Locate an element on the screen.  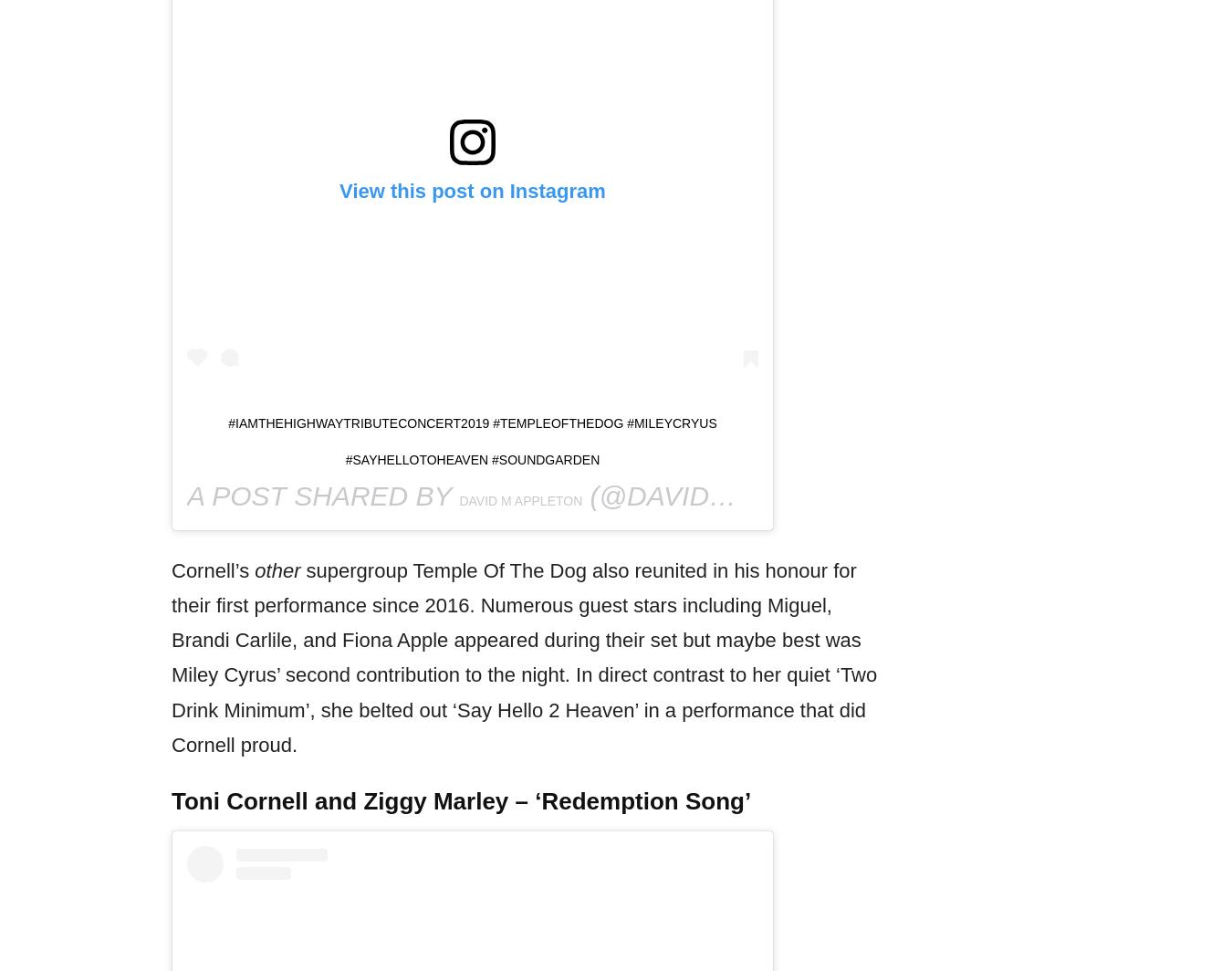
'A post shared by' is located at coordinates (322, 495).